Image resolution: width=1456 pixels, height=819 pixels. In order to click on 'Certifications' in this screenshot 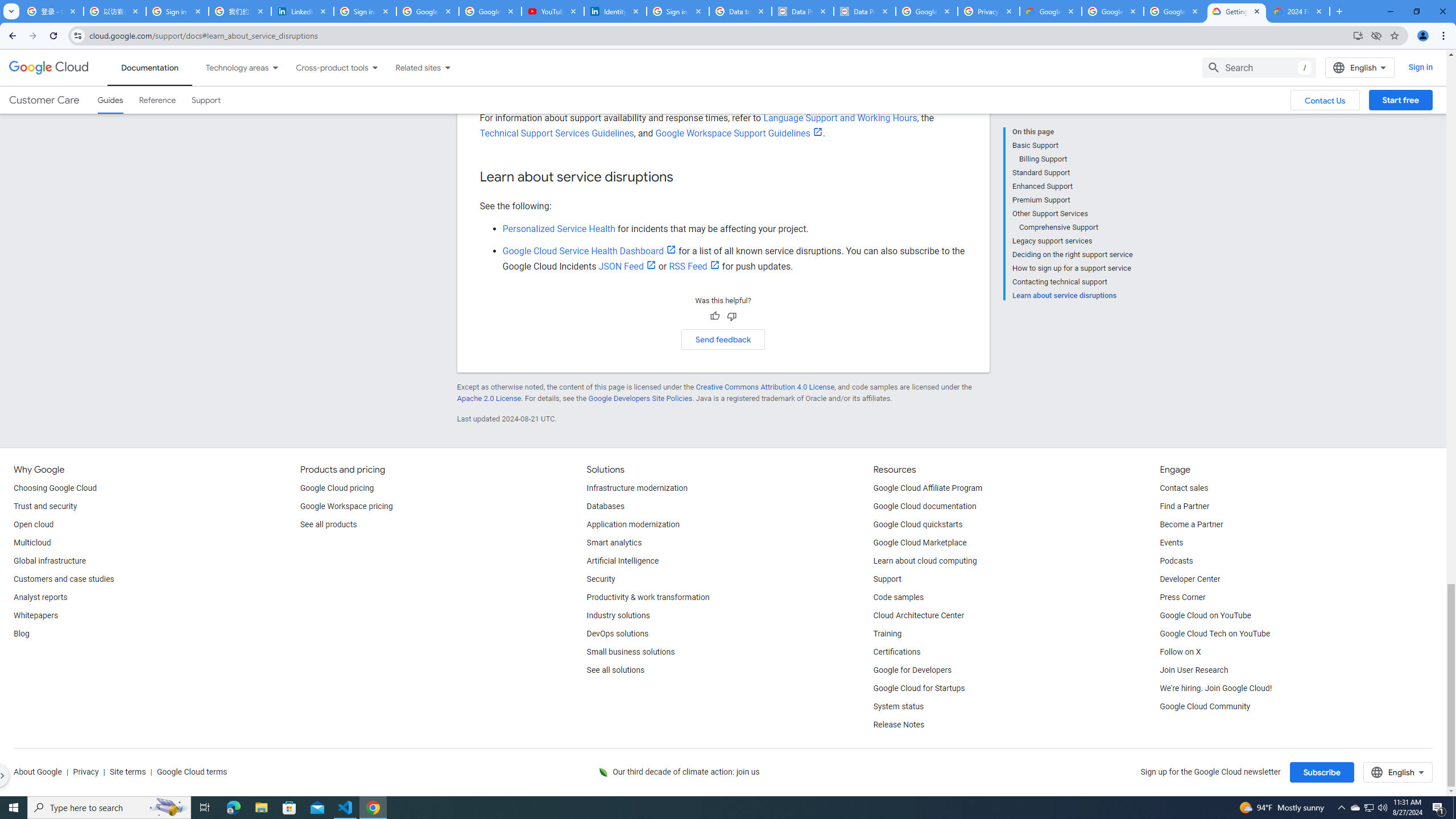, I will do `click(896, 651)`.